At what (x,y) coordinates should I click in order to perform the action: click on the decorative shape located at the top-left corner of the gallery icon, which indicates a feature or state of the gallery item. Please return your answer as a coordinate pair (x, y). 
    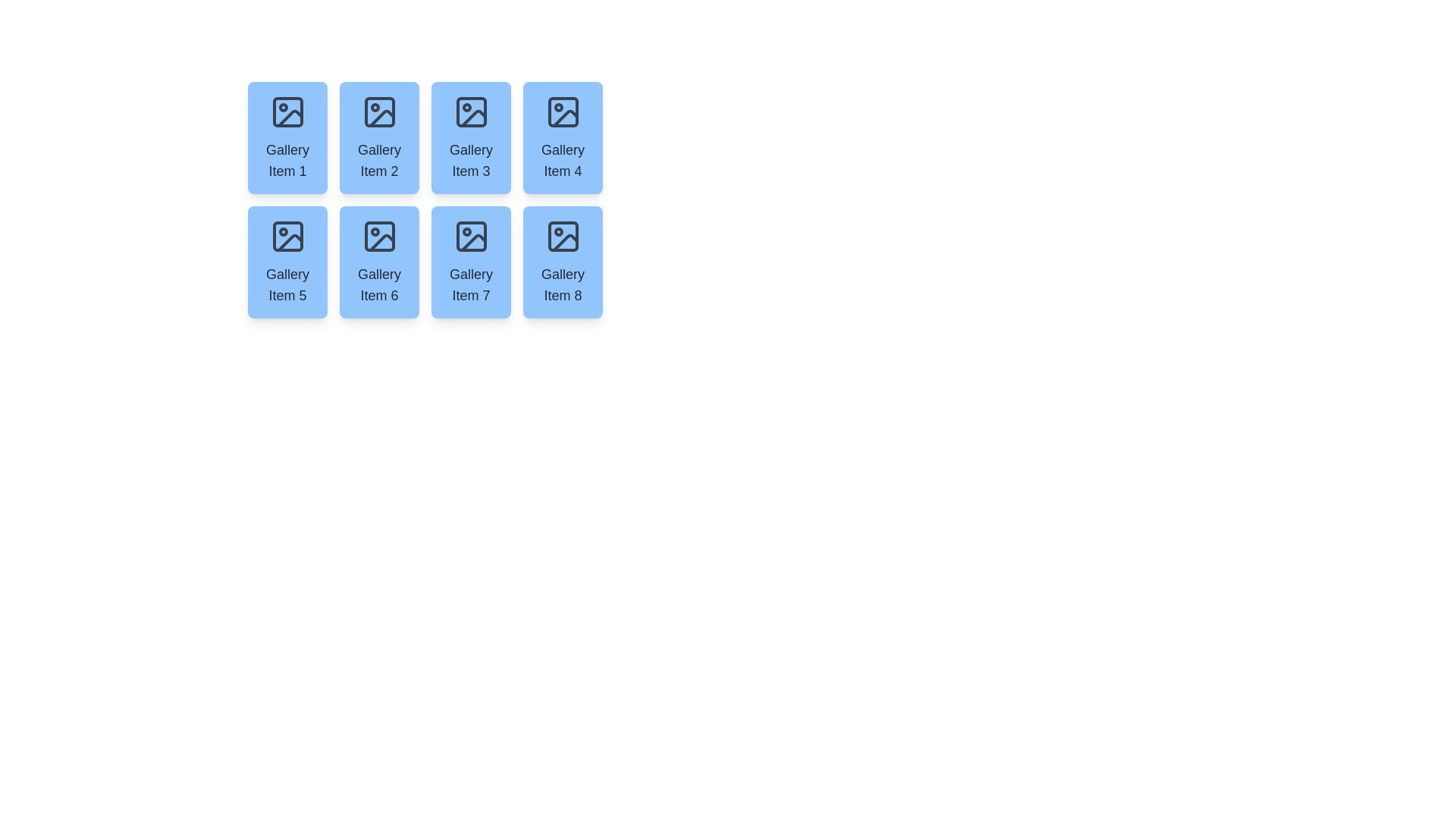
    Looking at the image, I should click on (287, 111).